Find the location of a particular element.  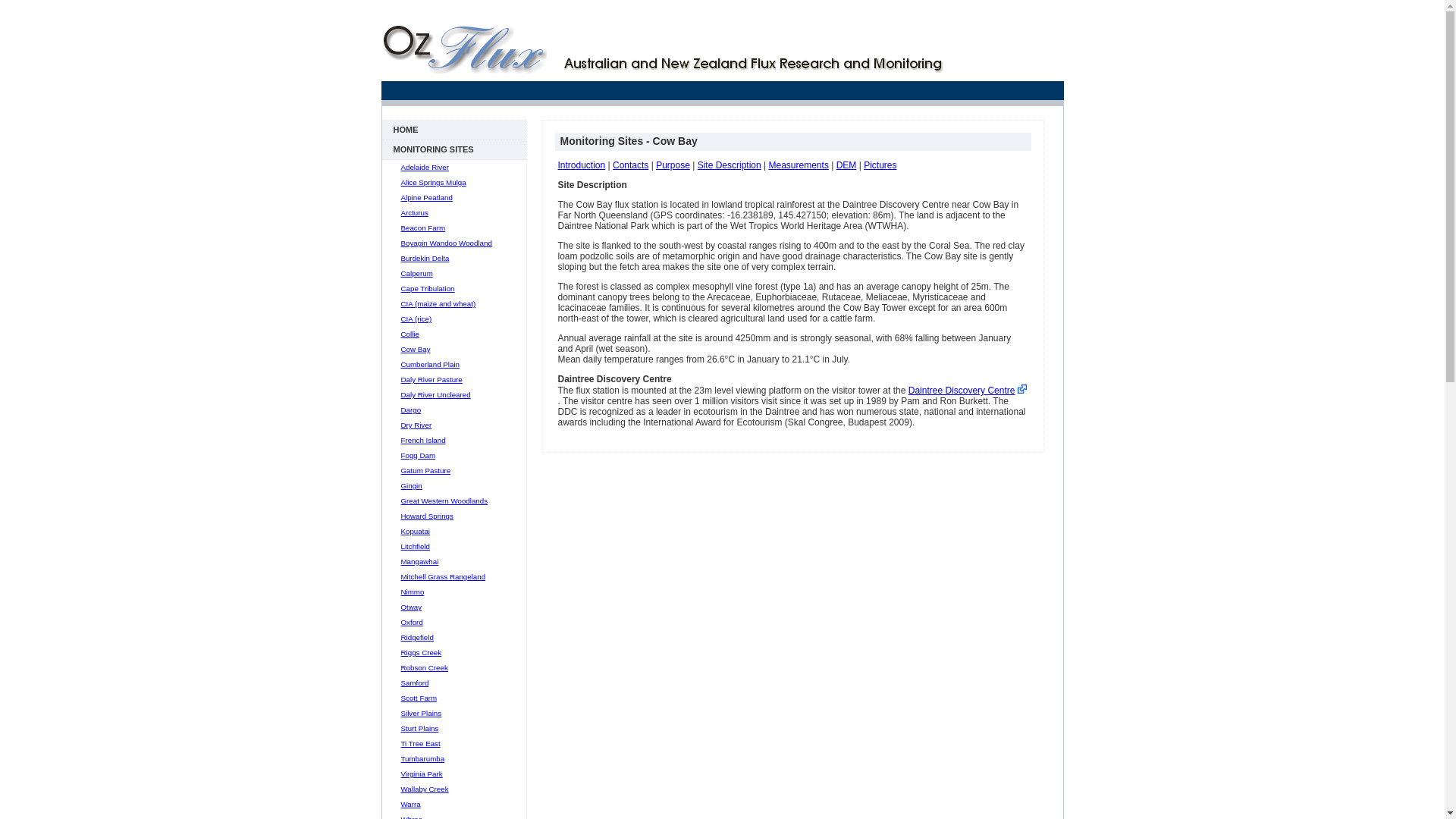

'Gingin' is located at coordinates (400, 485).